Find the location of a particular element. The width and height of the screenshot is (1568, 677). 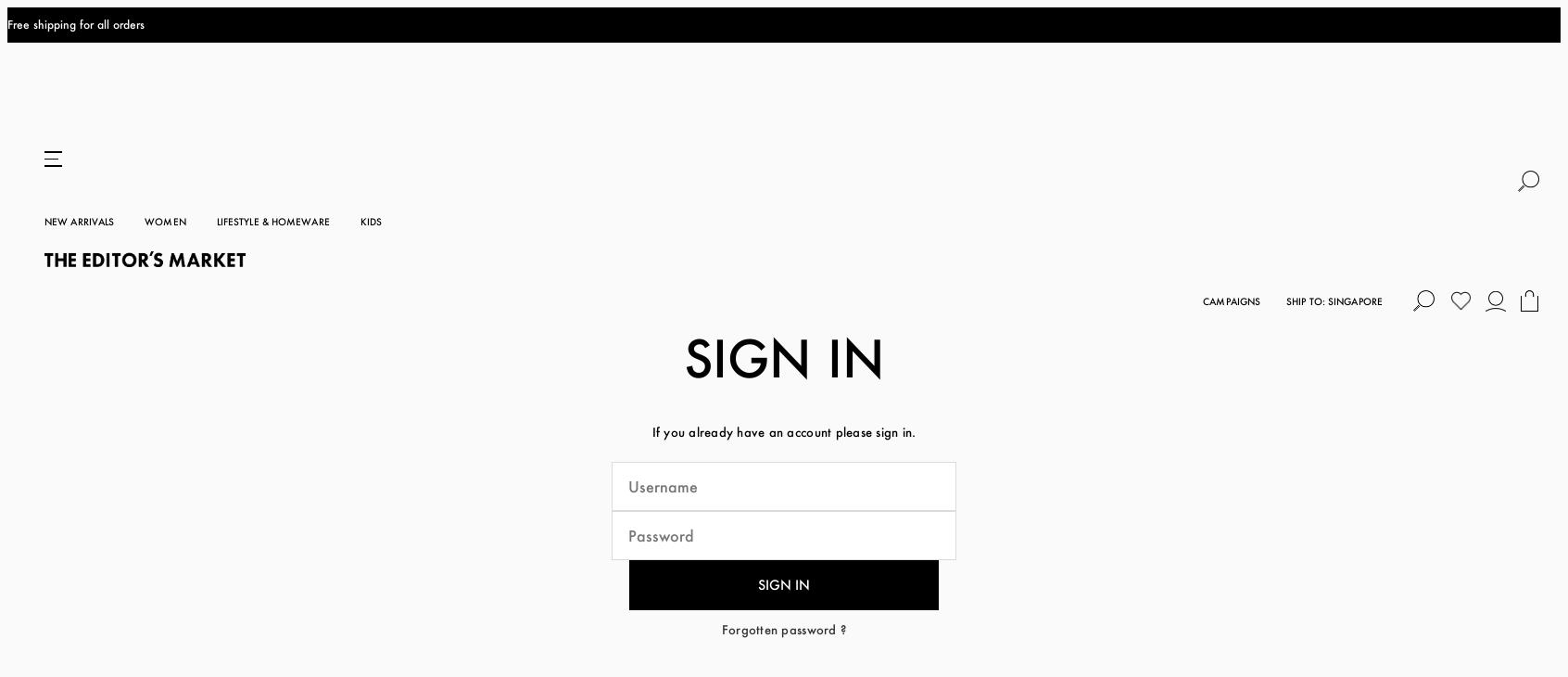

'If you already have an account please sign in.' is located at coordinates (783, 284).